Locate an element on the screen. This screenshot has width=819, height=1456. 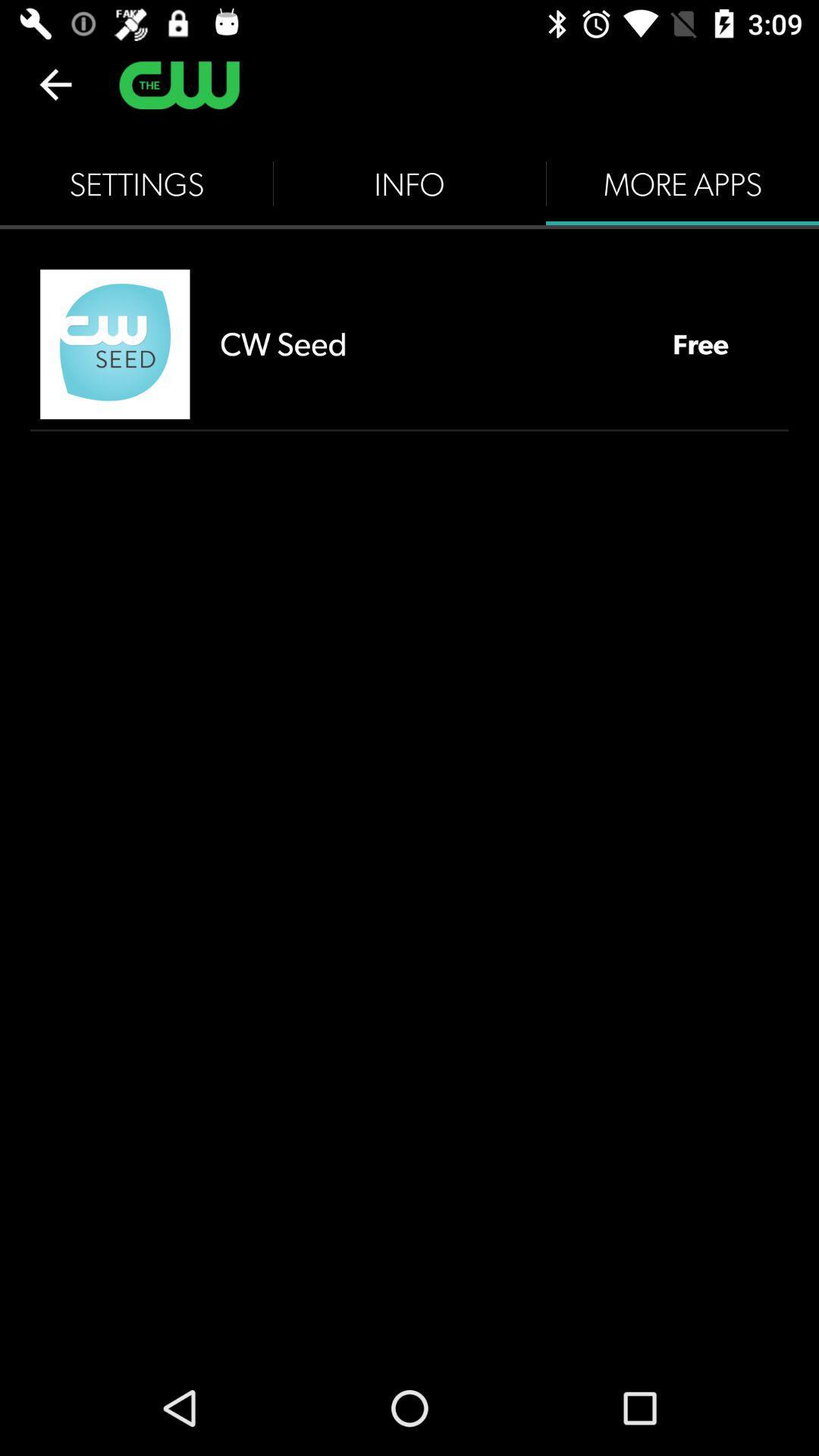
item next to more apps item is located at coordinates (409, 184).